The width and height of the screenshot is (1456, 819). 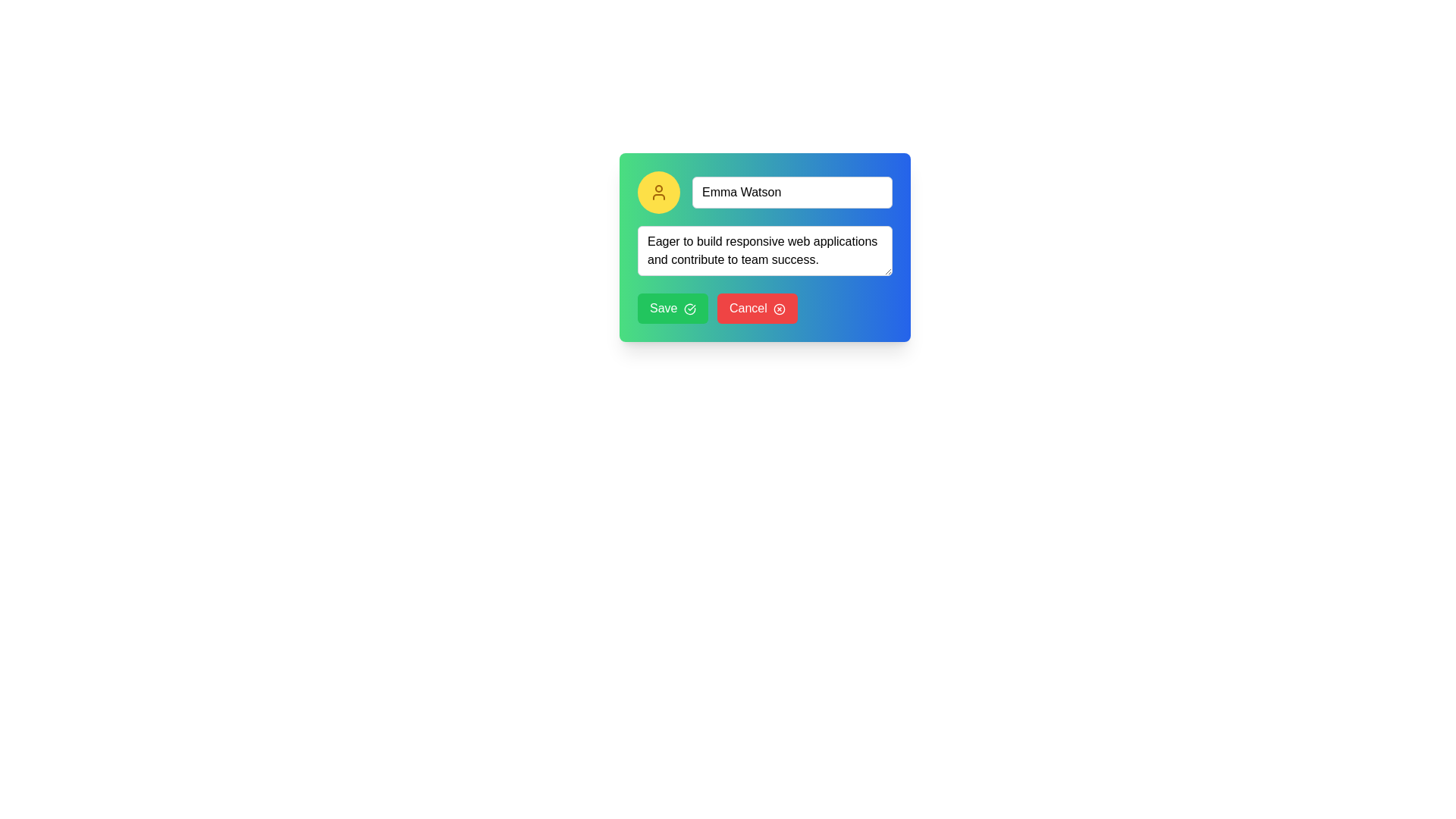 I want to click on the user profile icon represented by a yellow circular area located to the left of the text input field displaying 'Emma Watson', so click(x=658, y=192).